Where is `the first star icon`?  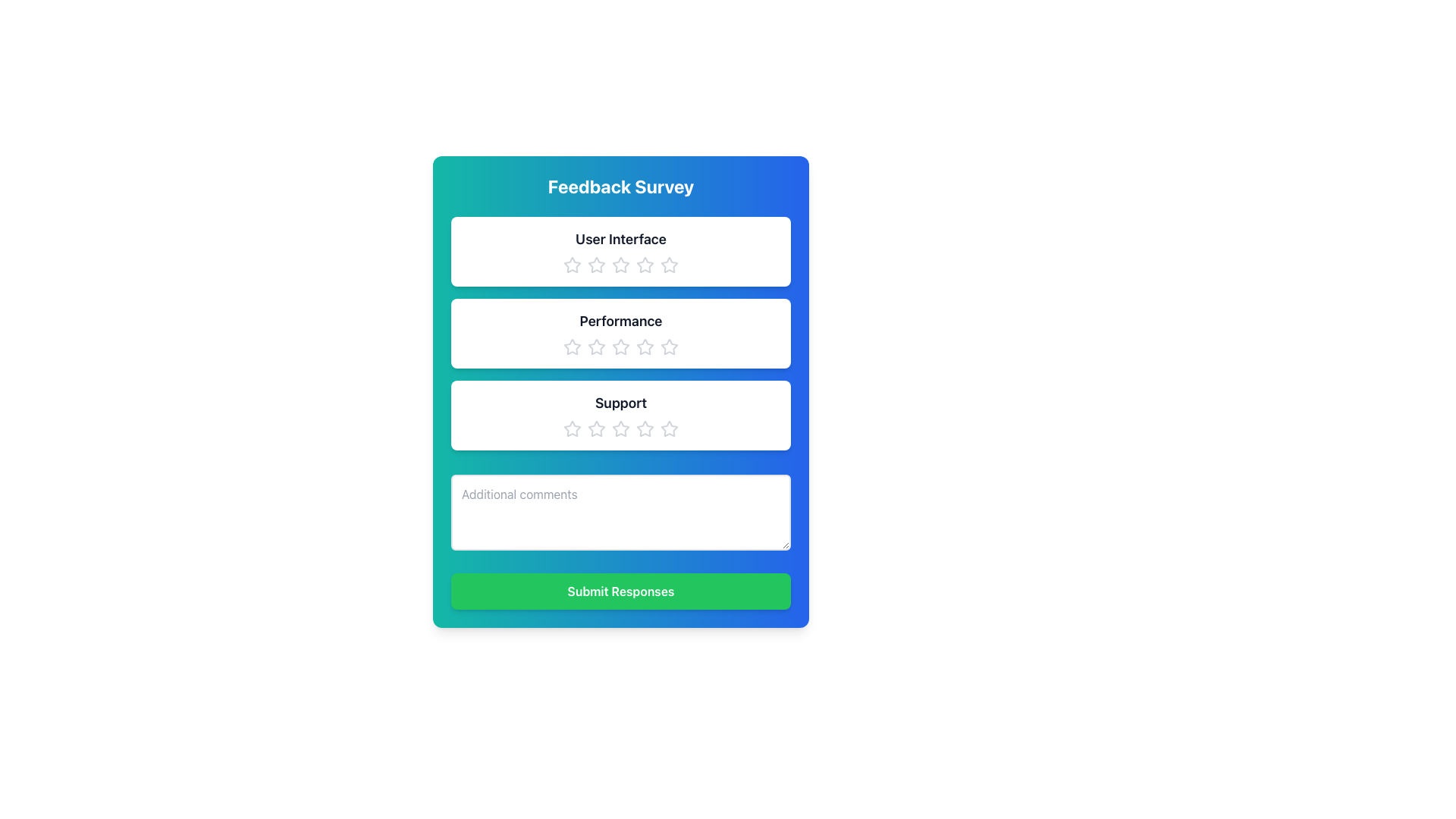
the first star icon is located at coordinates (571, 265).